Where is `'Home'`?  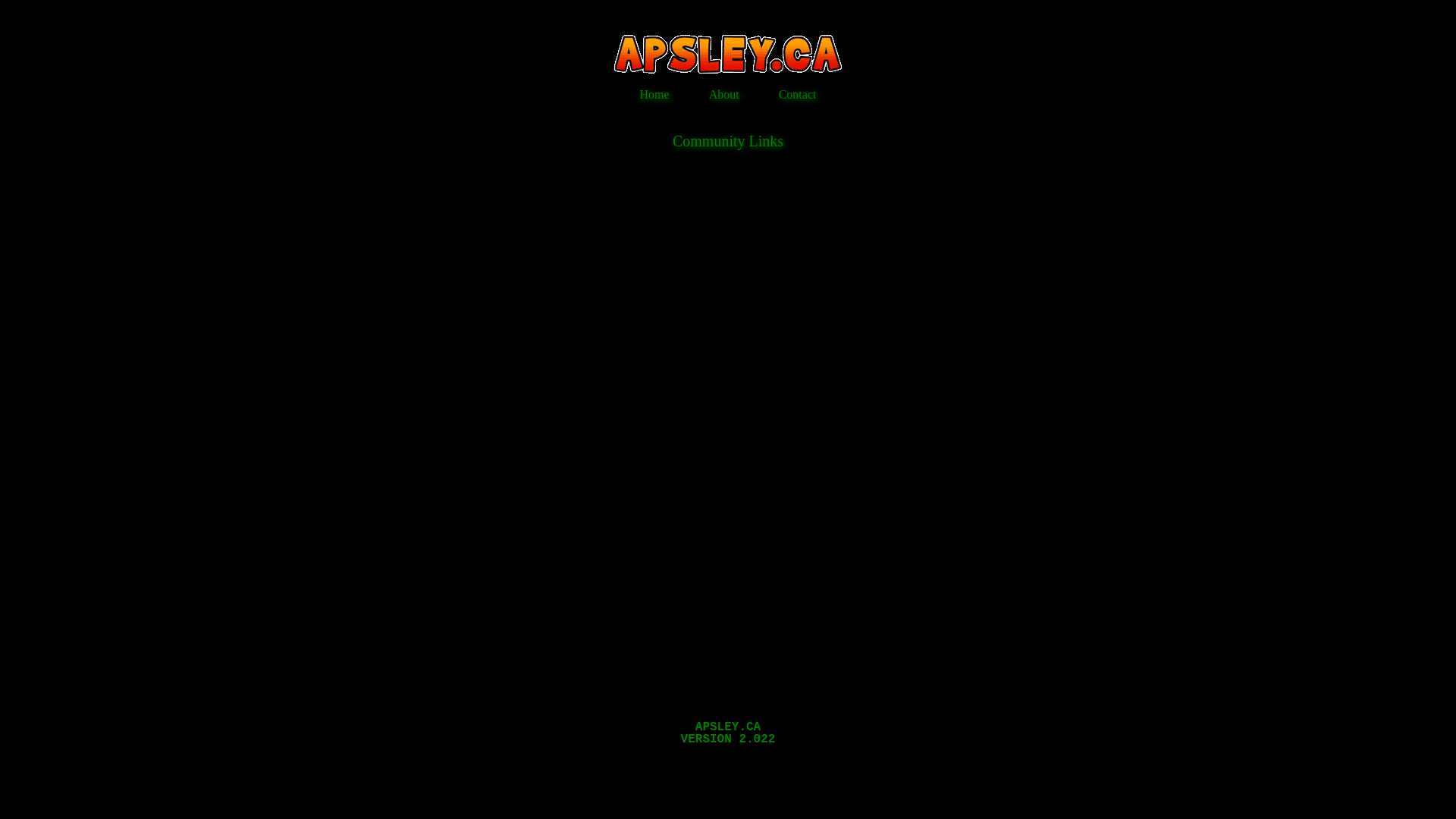
'Home' is located at coordinates (632, 94).